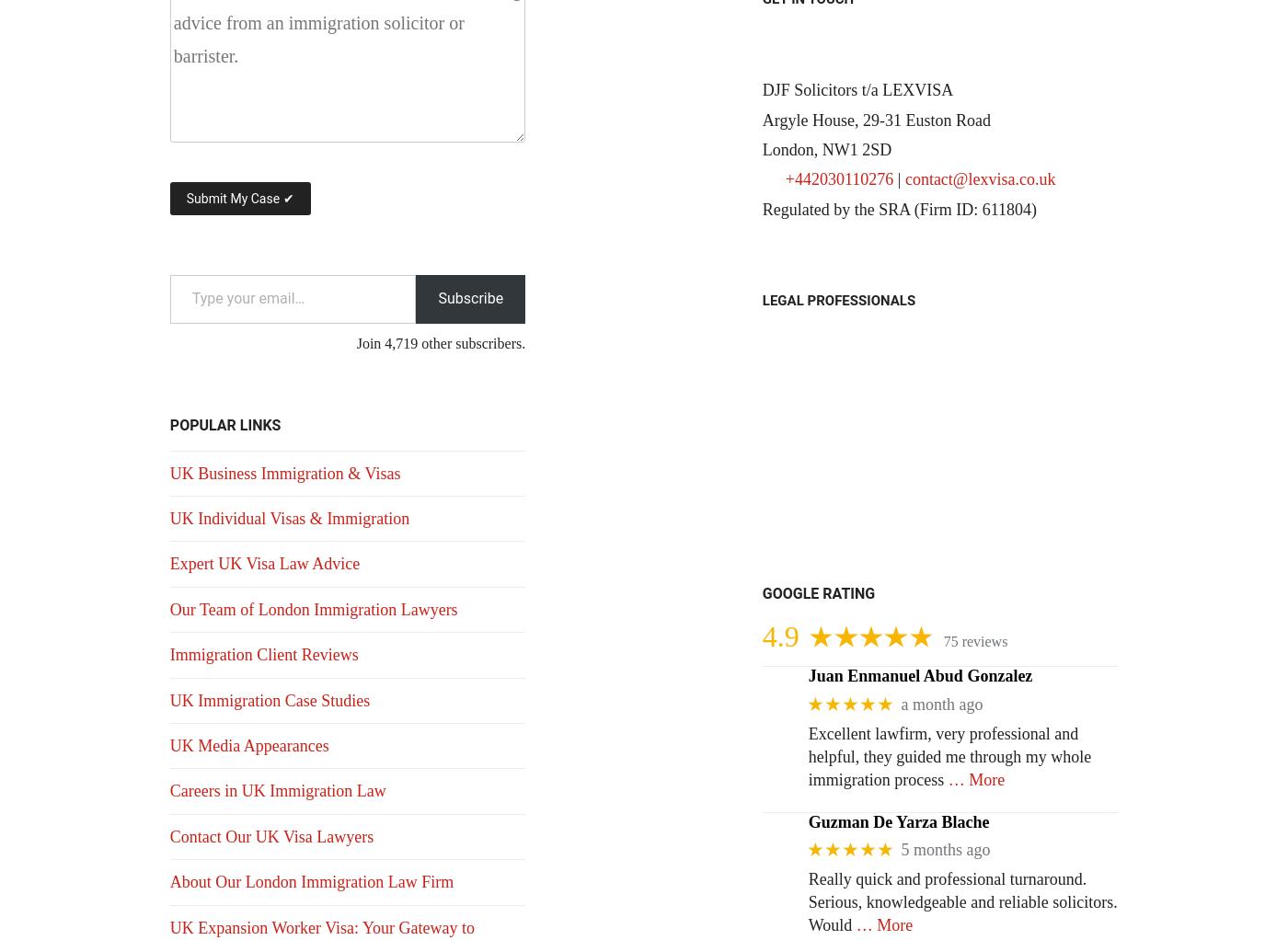  Describe the element at coordinates (826, 149) in the screenshot. I see `'London, NW1 2SD'` at that location.